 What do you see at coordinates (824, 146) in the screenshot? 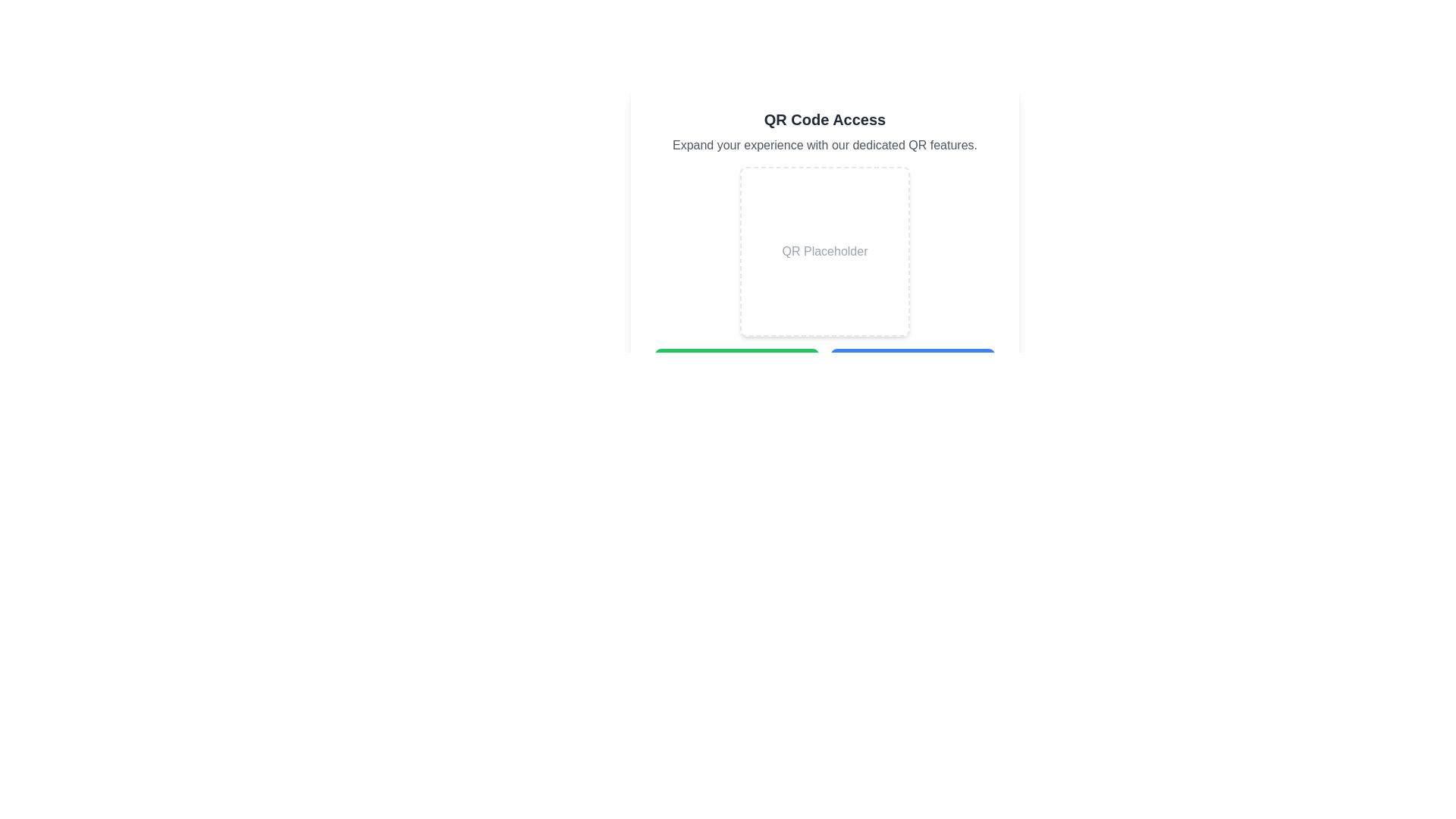
I see `the text label that reads 'Expand your experience with our dedicated QR features.' which is positioned below the bold header 'QR Code Access.'` at bounding box center [824, 146].